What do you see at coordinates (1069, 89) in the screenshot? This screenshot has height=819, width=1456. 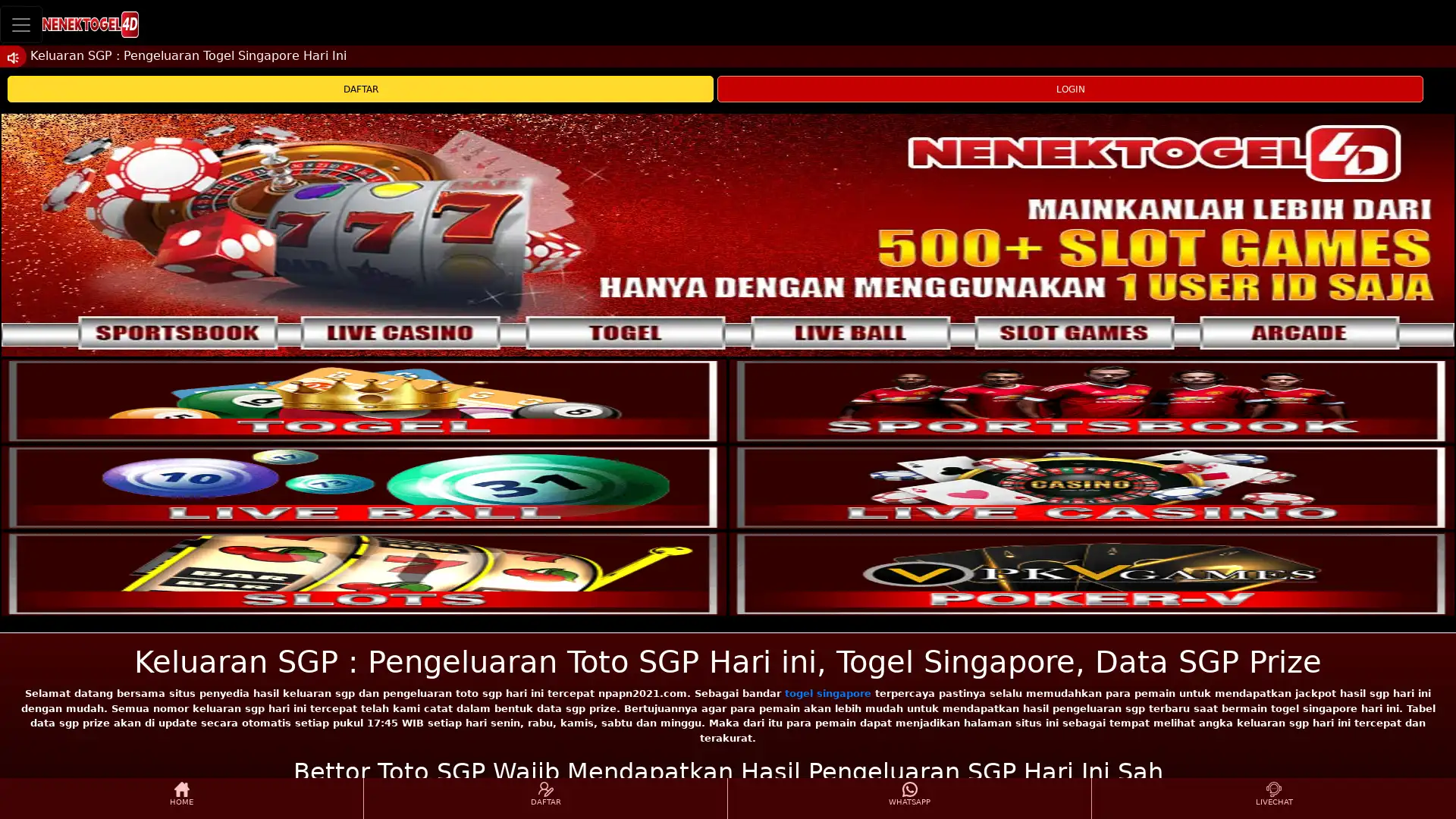 I see `LOGIN` at bounding box center [1069, 89].